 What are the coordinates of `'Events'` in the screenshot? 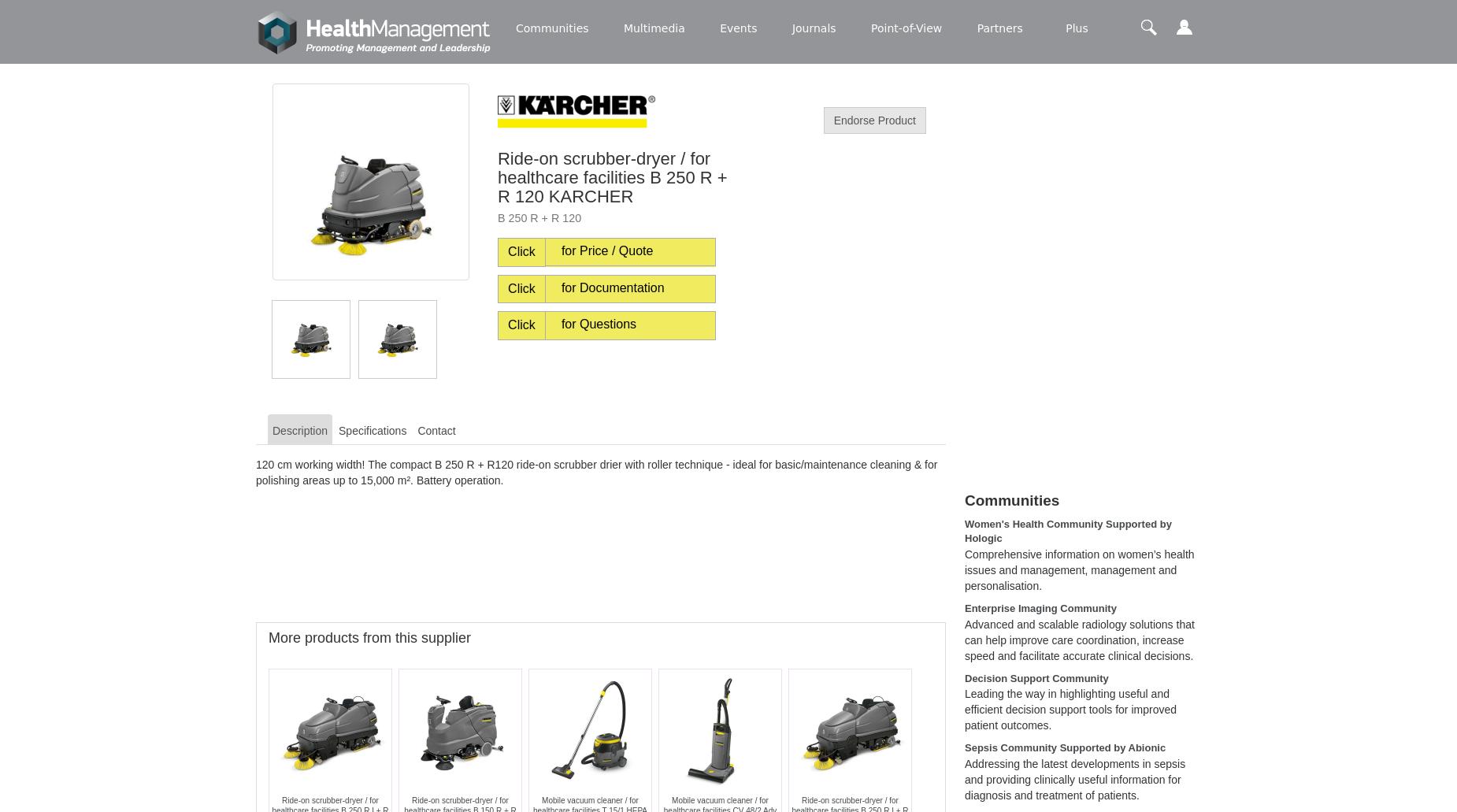 It's located at (737, 28).